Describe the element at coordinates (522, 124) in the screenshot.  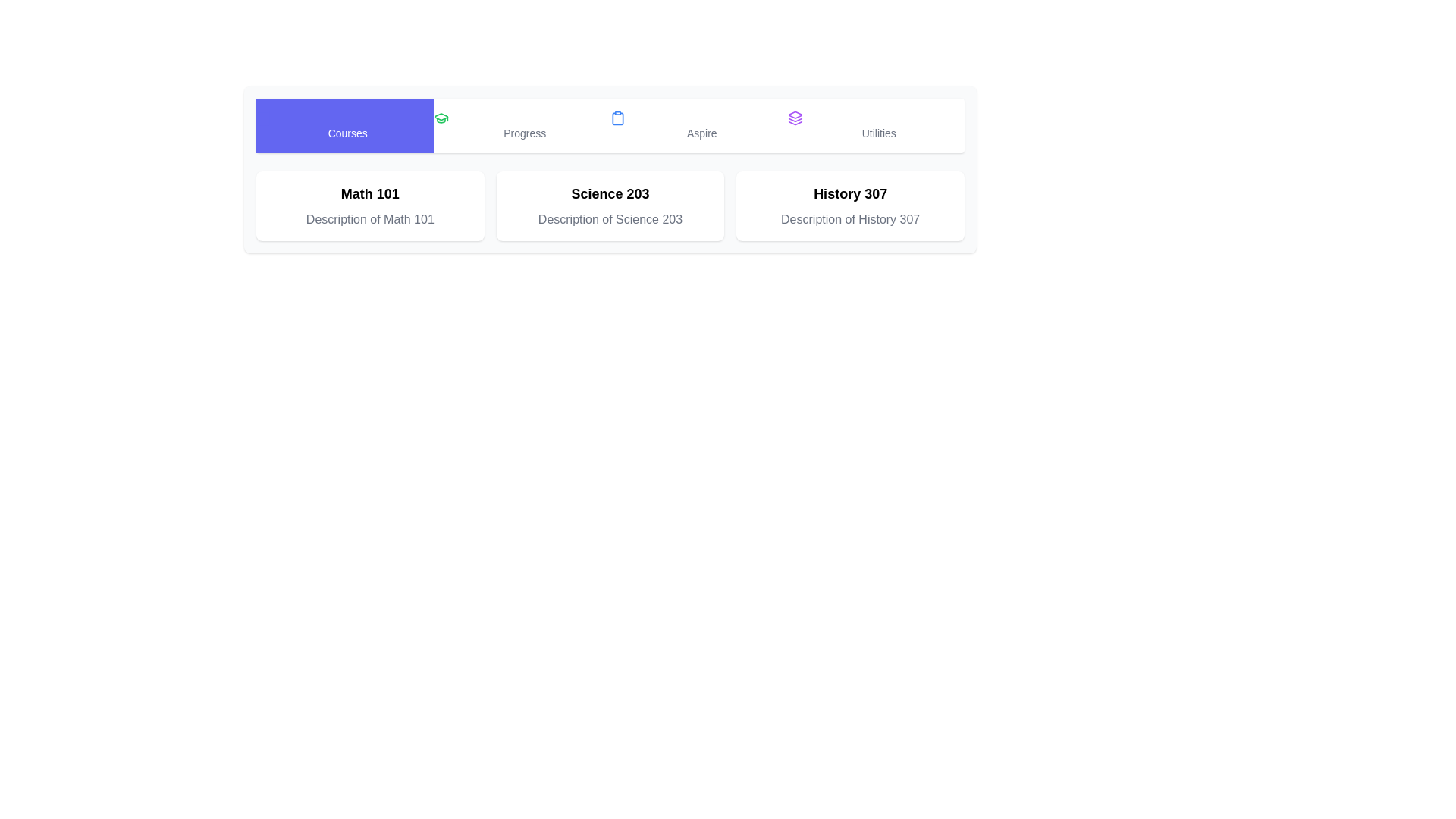
I see `the green graduation cap icon button labeled 'Progress' in the navigation bar` at that location.